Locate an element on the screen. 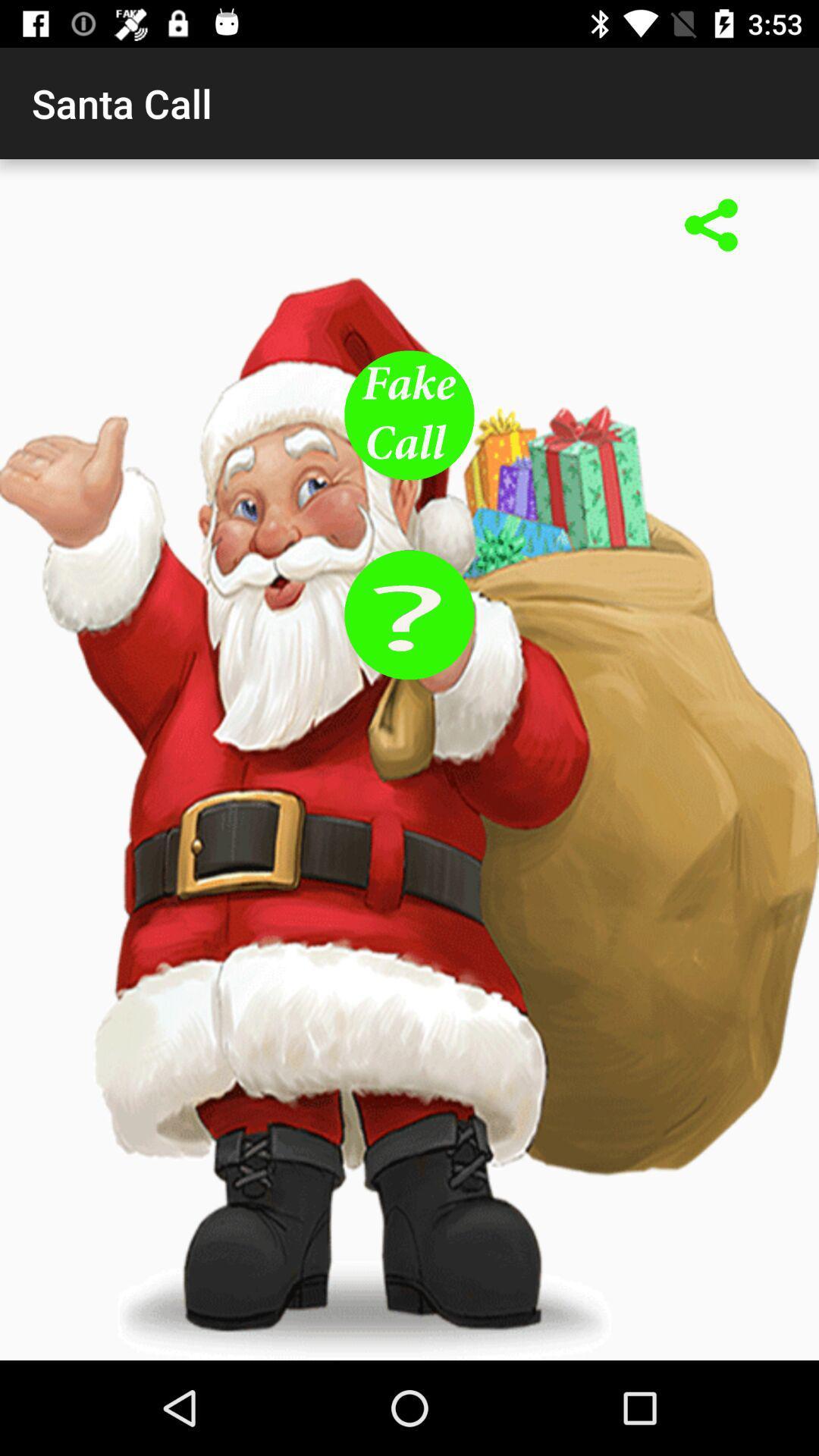 This screenshot has width=819, height=1456. share is located at coordinates (711, 226).